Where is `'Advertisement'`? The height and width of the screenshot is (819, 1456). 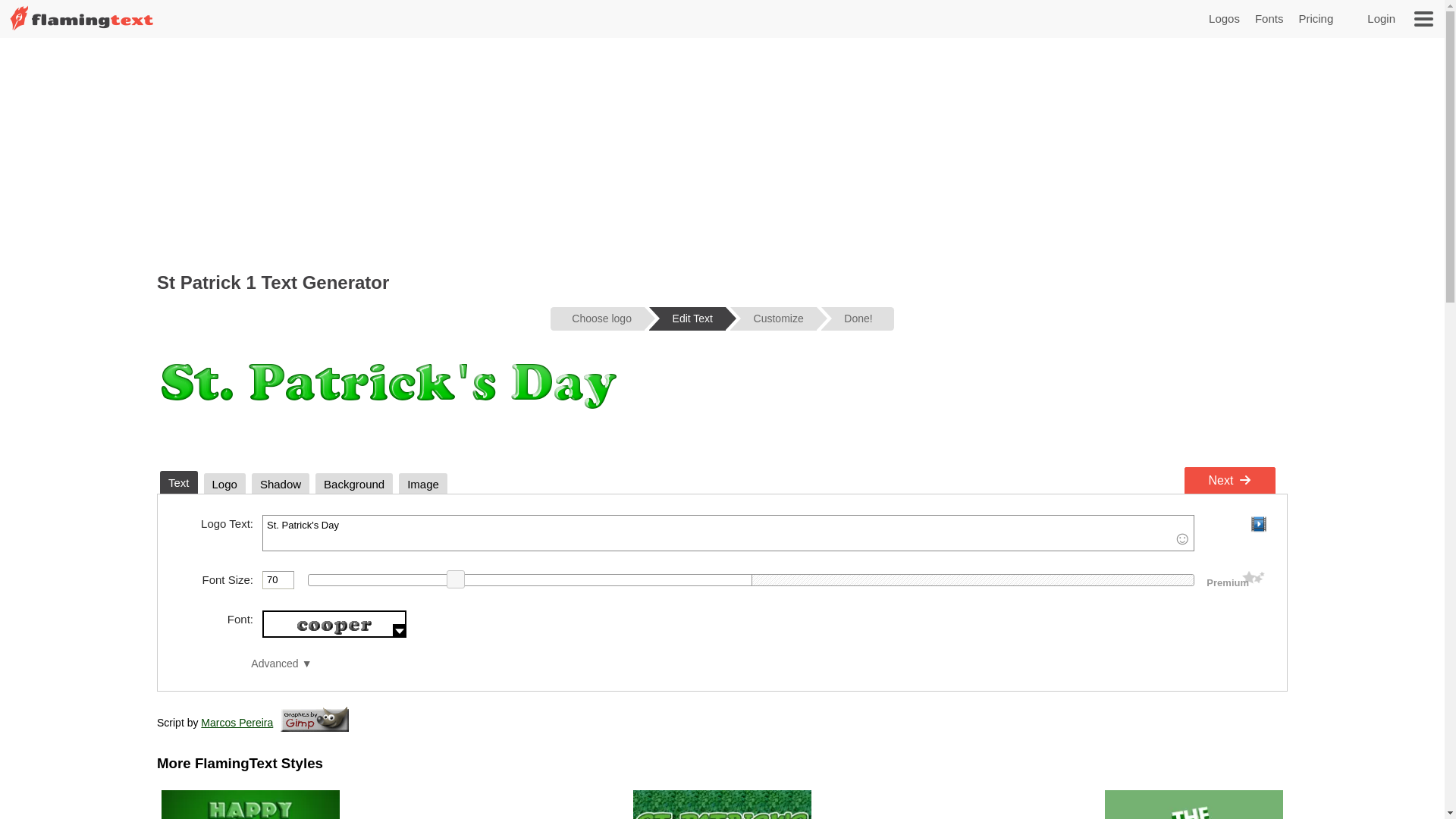 'Advertisement' is located at coordinates (720, 152).